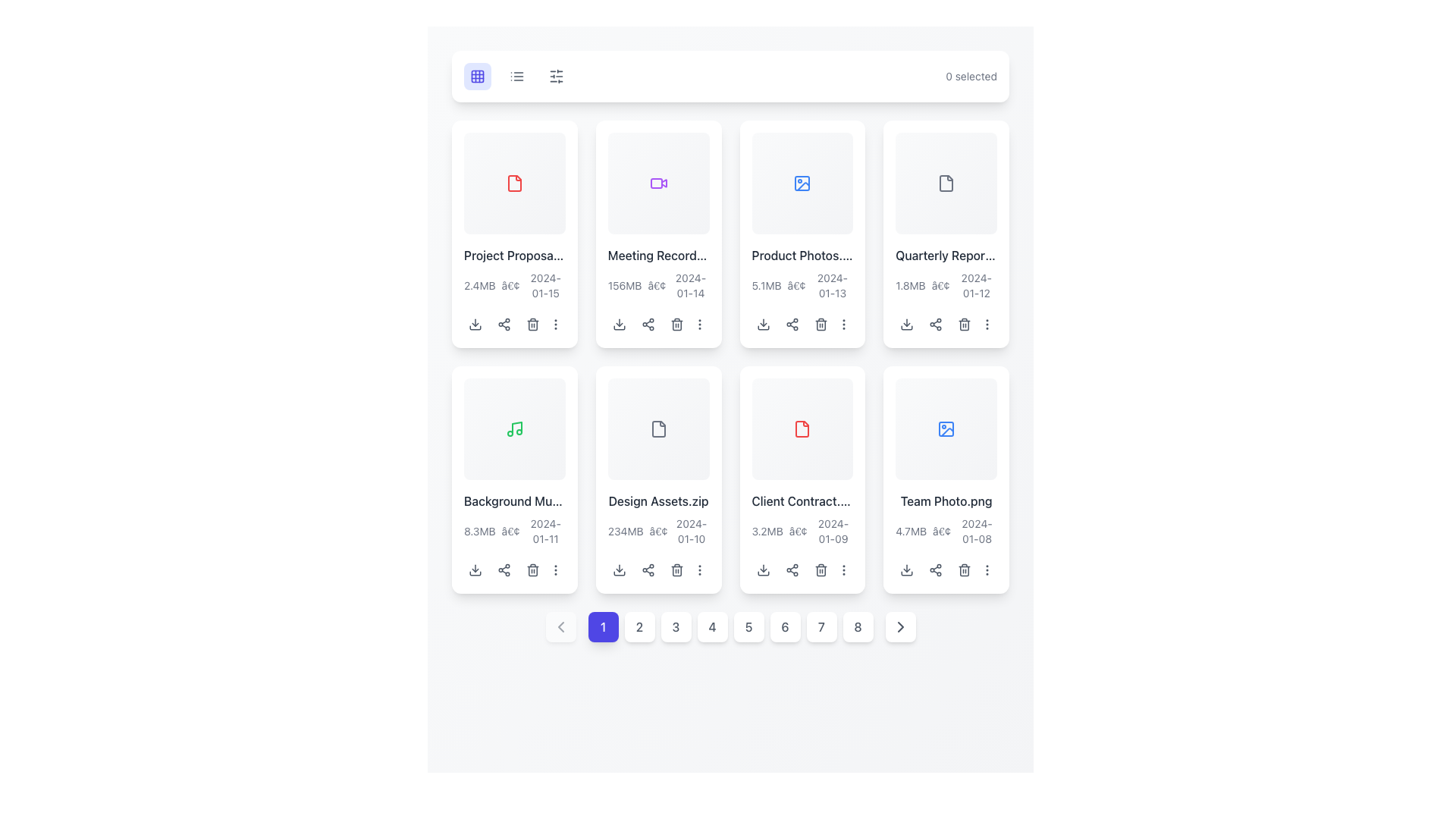 This screenshot has width=1456, height=819. What do you see at coordinates (658, 428) in the screenshot?
I see `the icon holder representing the file 'Design Assets.zip', located in the upper portion of the card in the third row, second column of the grid layout` at bounding box center [658, 428].